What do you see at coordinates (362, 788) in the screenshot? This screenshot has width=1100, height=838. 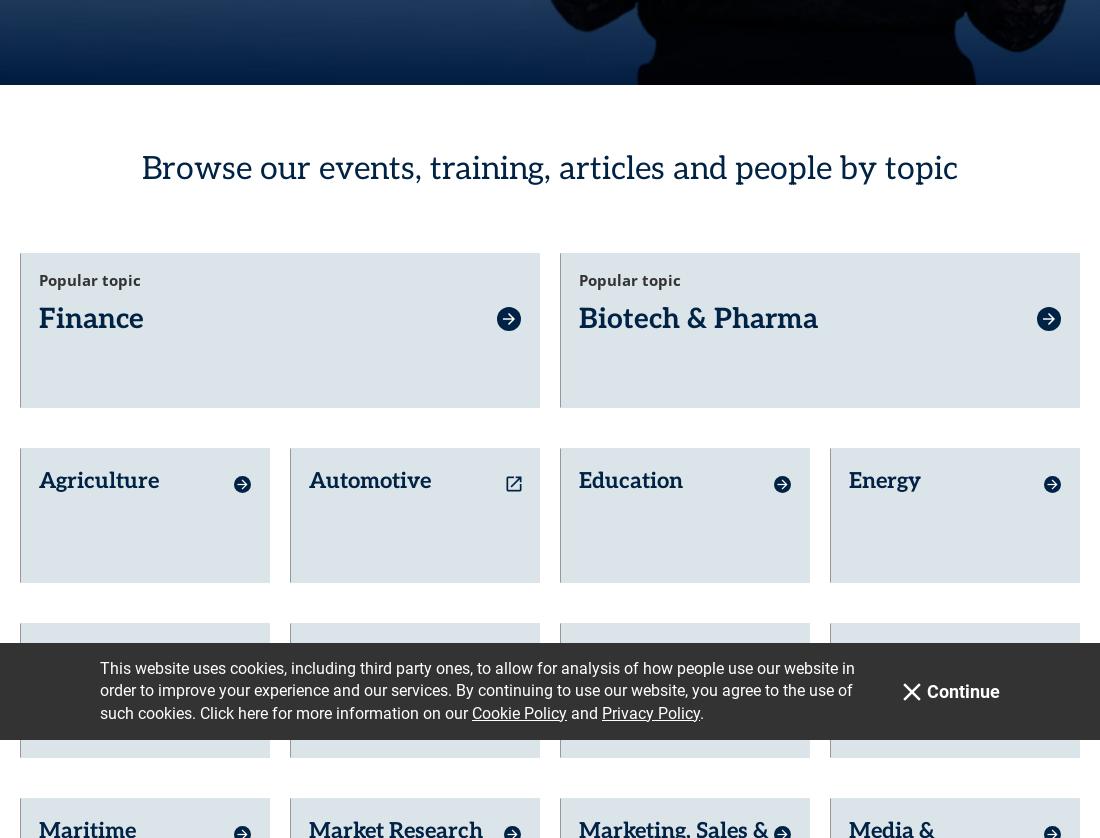 I see `'Security & Defence'` at bounding box center [362, 788].